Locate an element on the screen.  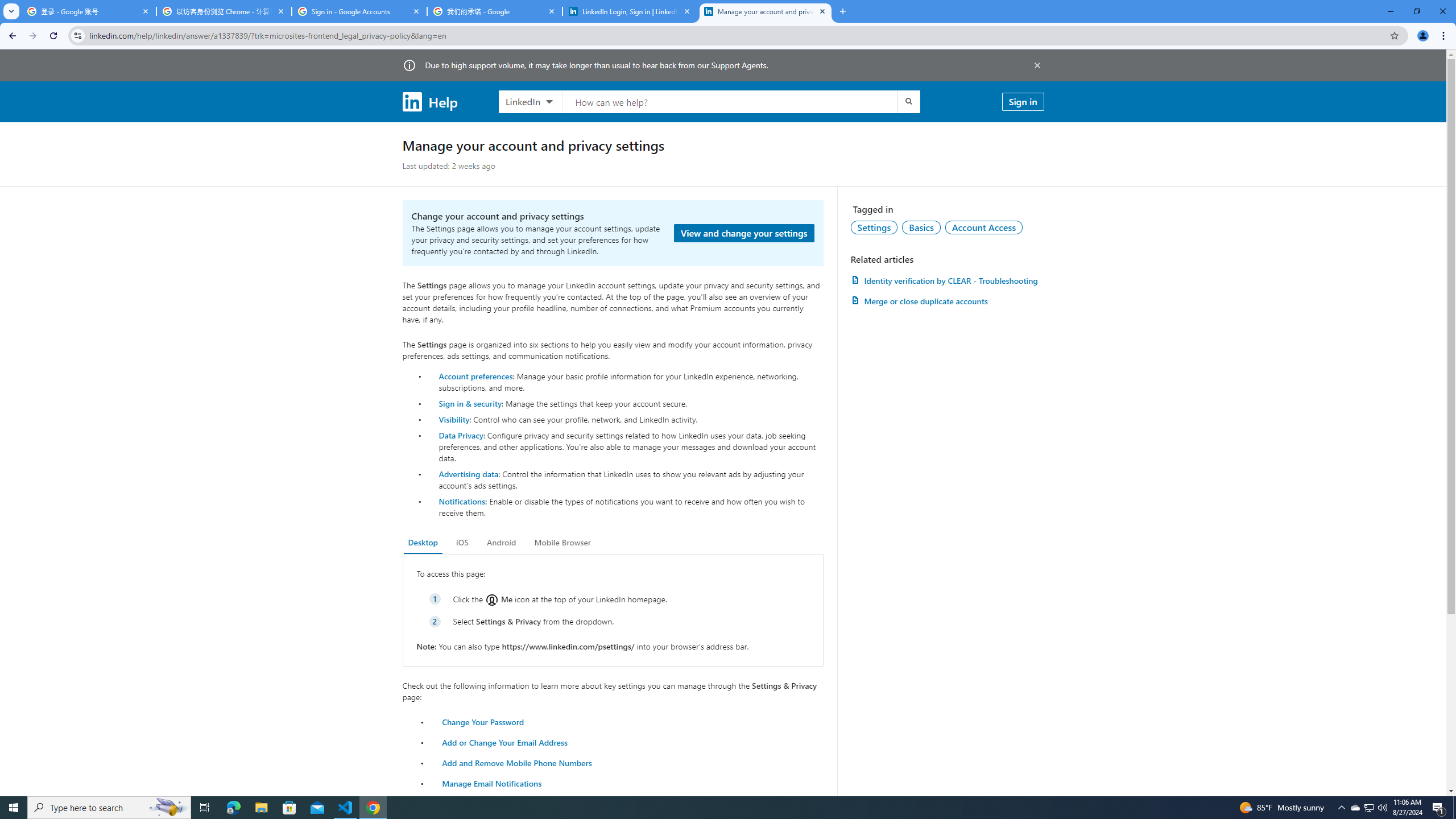
'Add or Change Your Email Address' is located at coordinates (505, 741).